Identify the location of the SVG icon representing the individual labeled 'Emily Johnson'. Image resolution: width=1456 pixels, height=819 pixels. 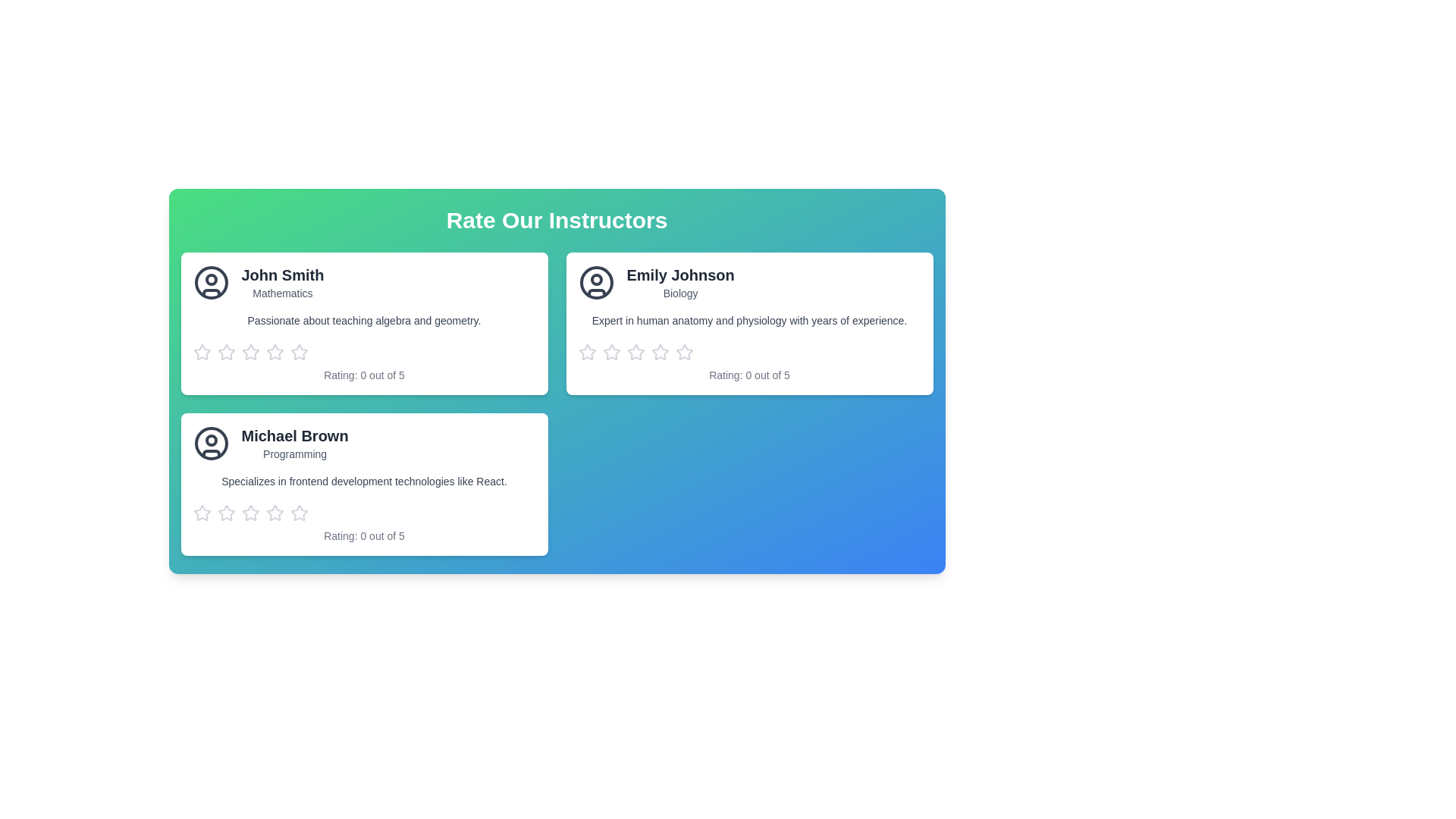
(595, 283).